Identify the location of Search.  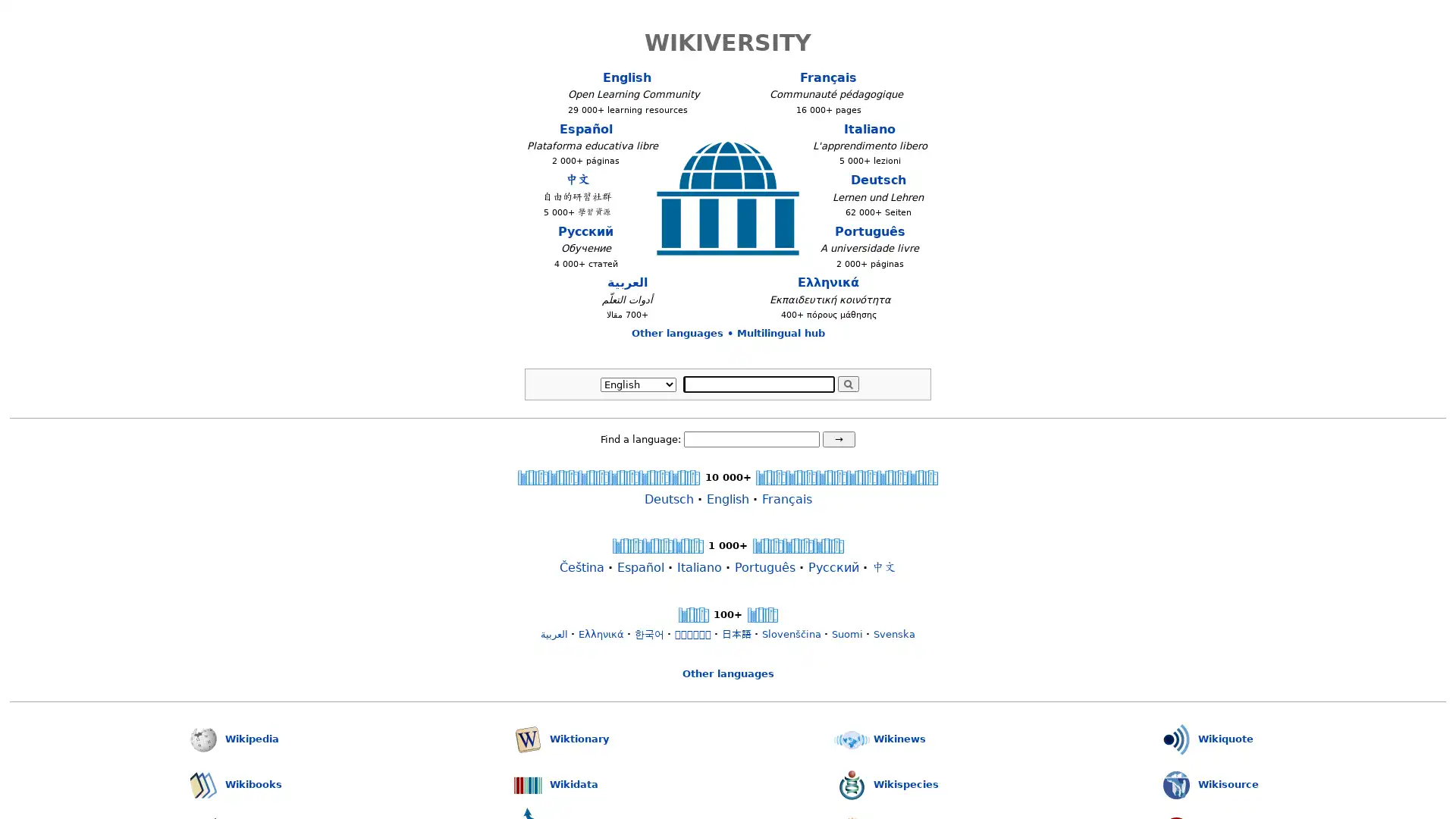
(847, 382).